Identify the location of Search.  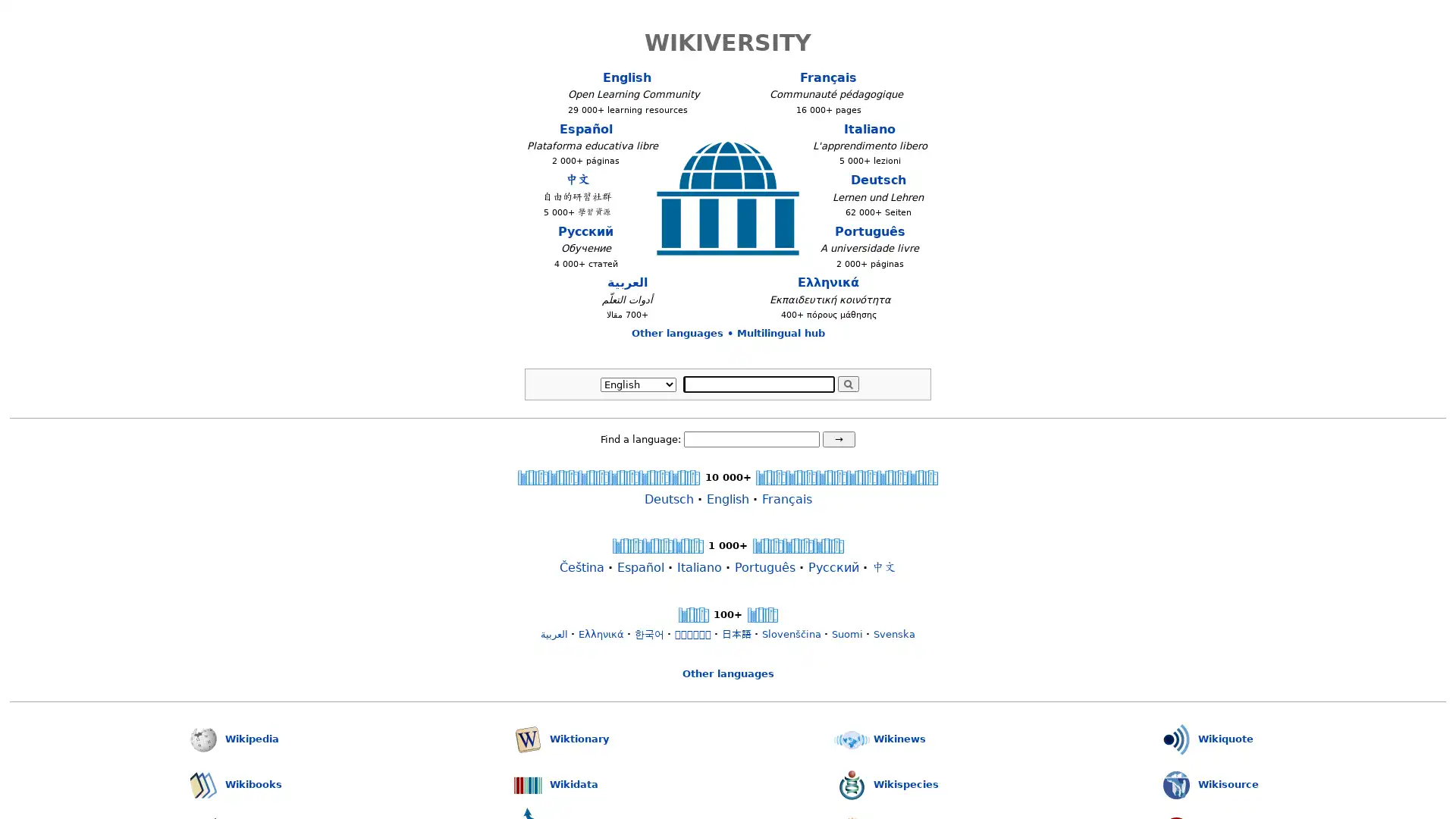
(847, 382).